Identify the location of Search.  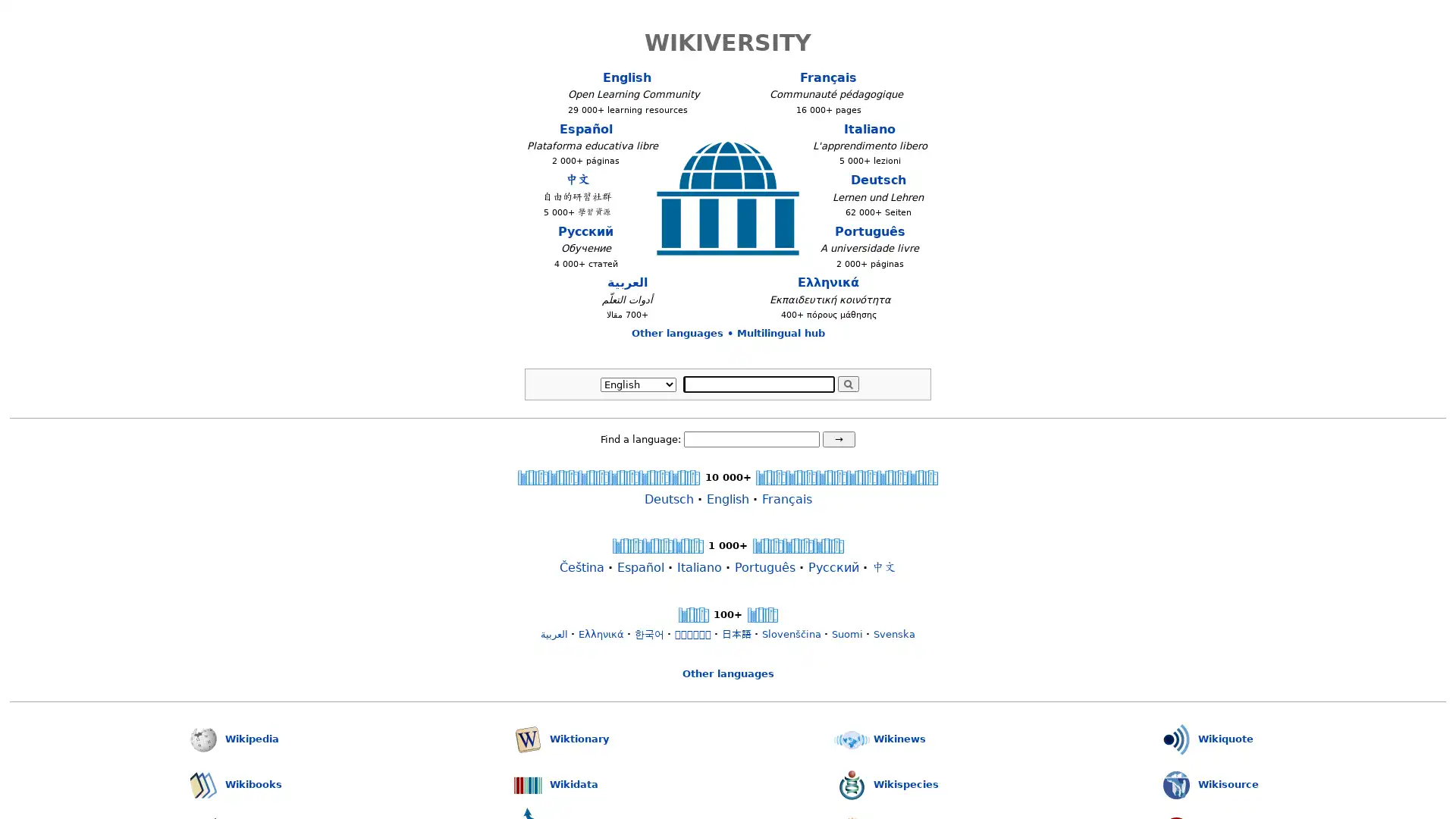
(847, 382).